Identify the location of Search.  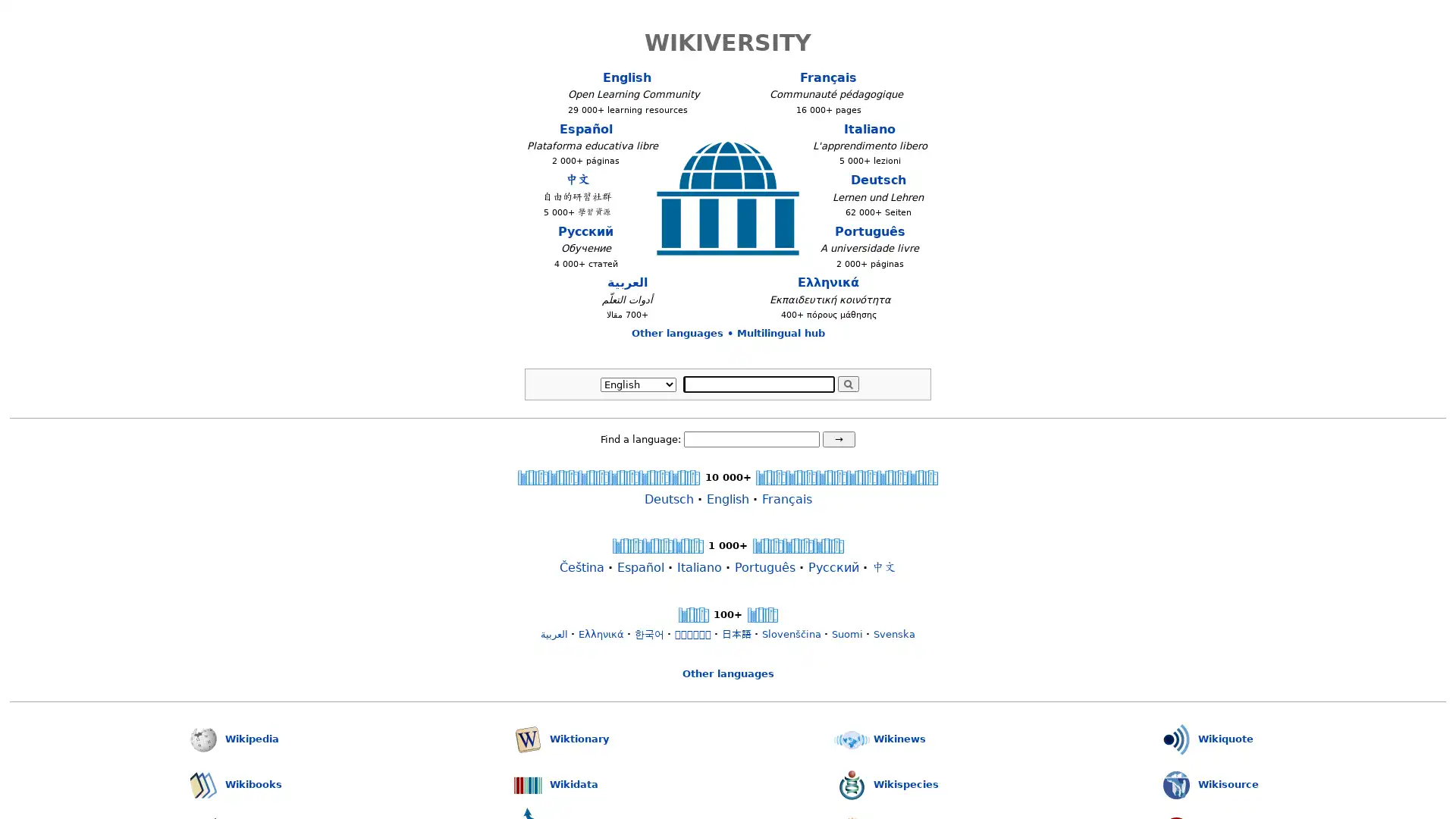
(847, 382).